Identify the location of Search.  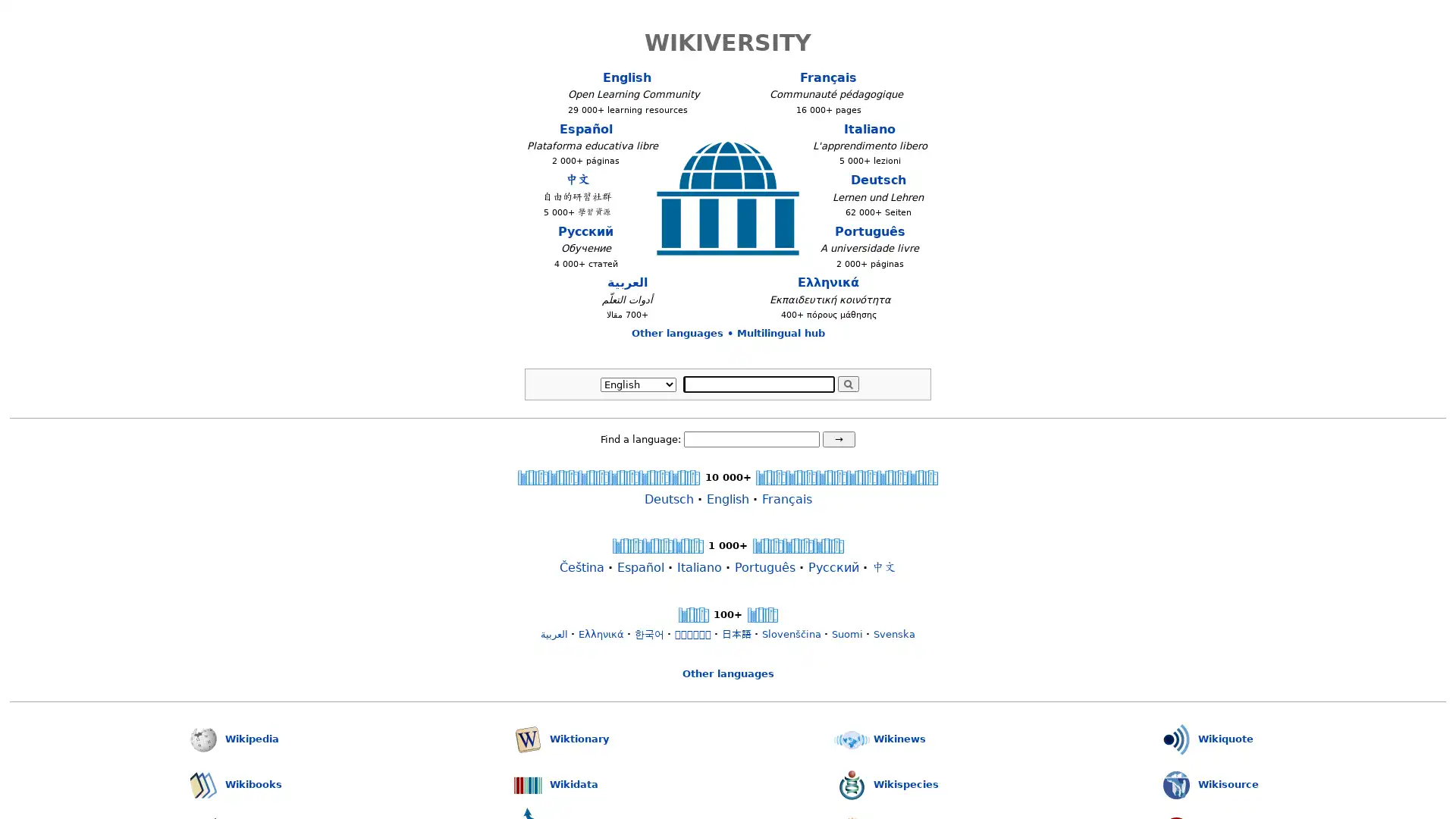
(847, 382).